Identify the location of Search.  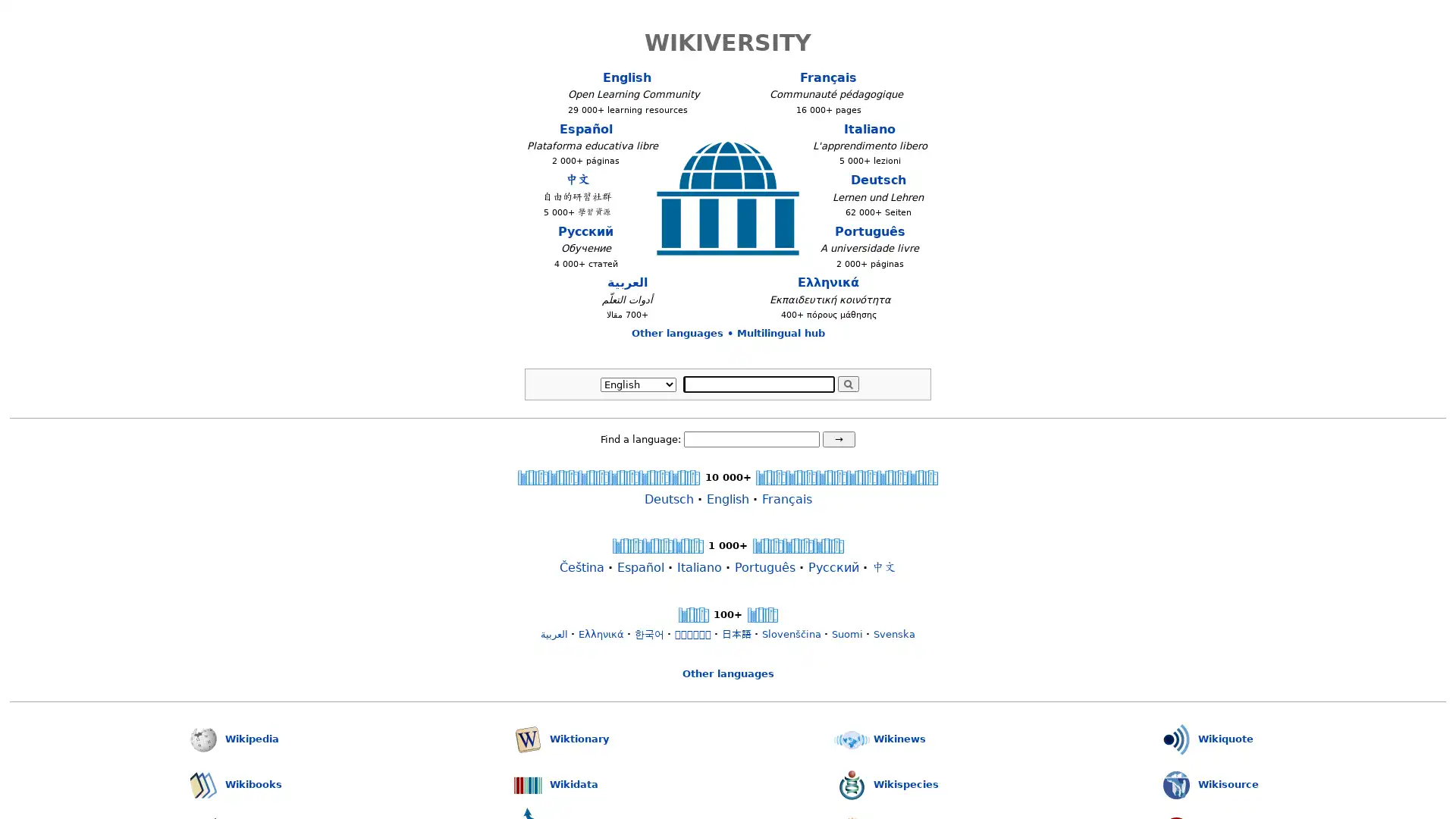
(847, 382).